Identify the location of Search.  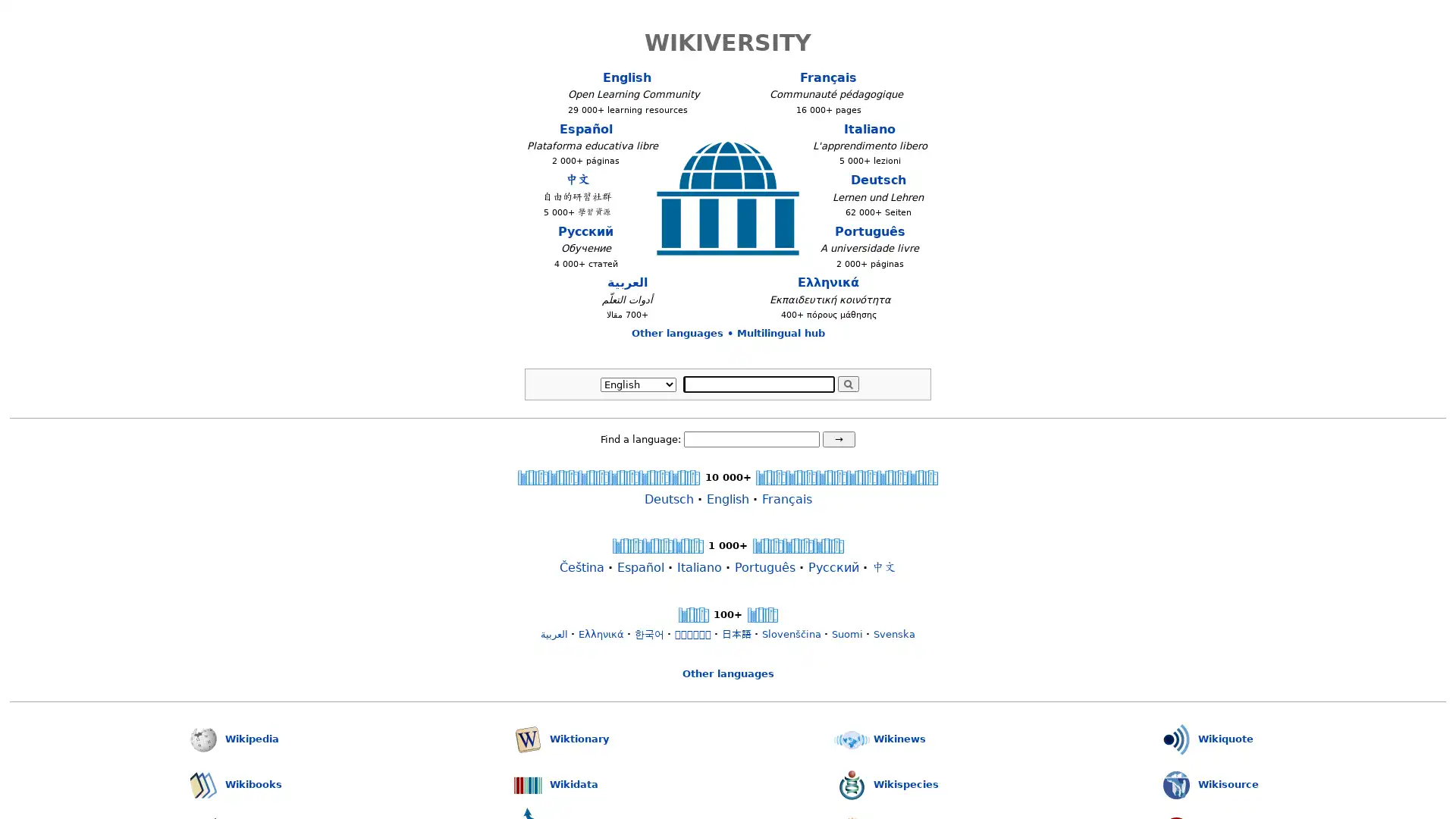
(847, 382).